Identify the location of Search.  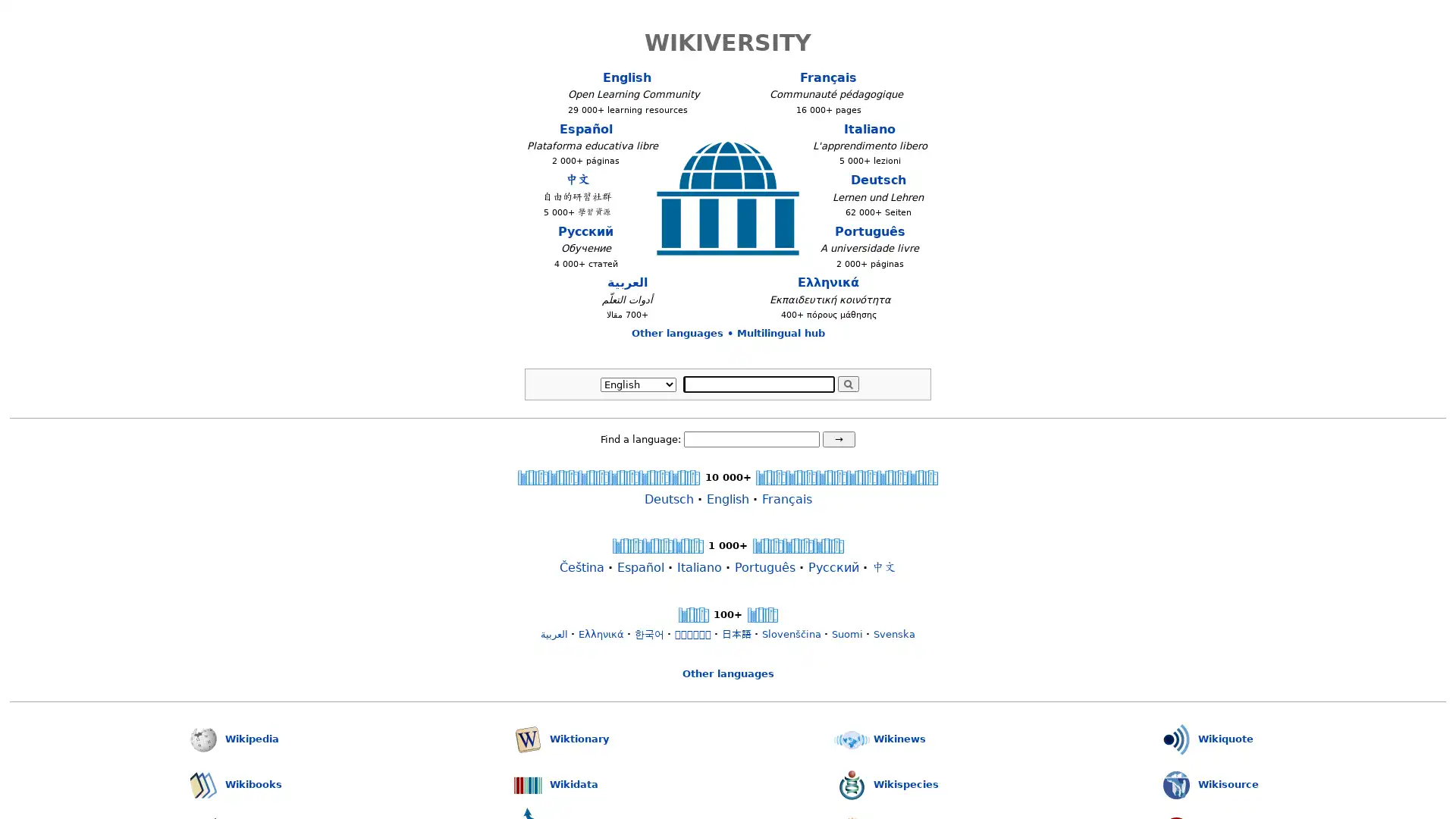
(847, 382).